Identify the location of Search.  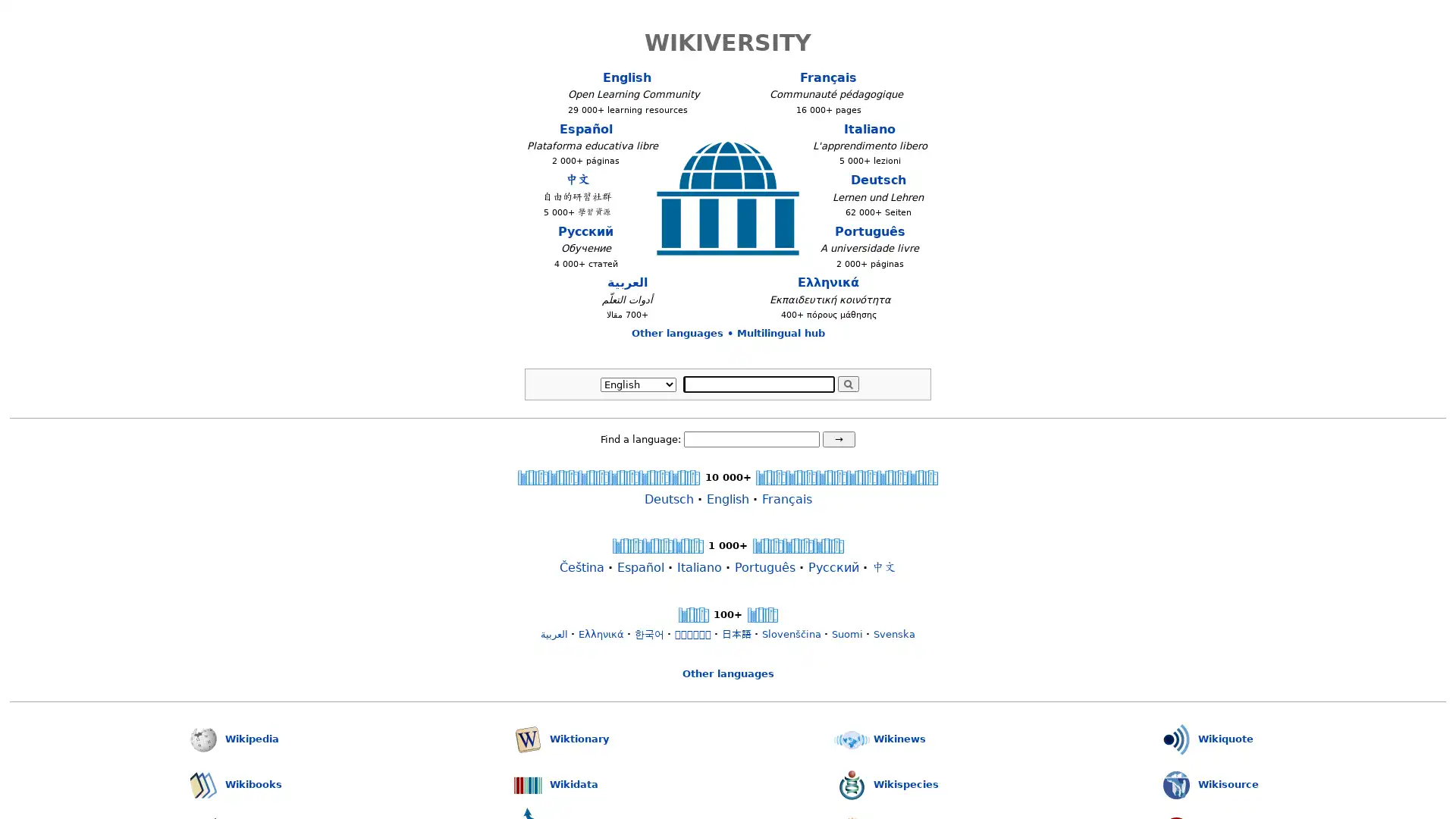
(847, 382).